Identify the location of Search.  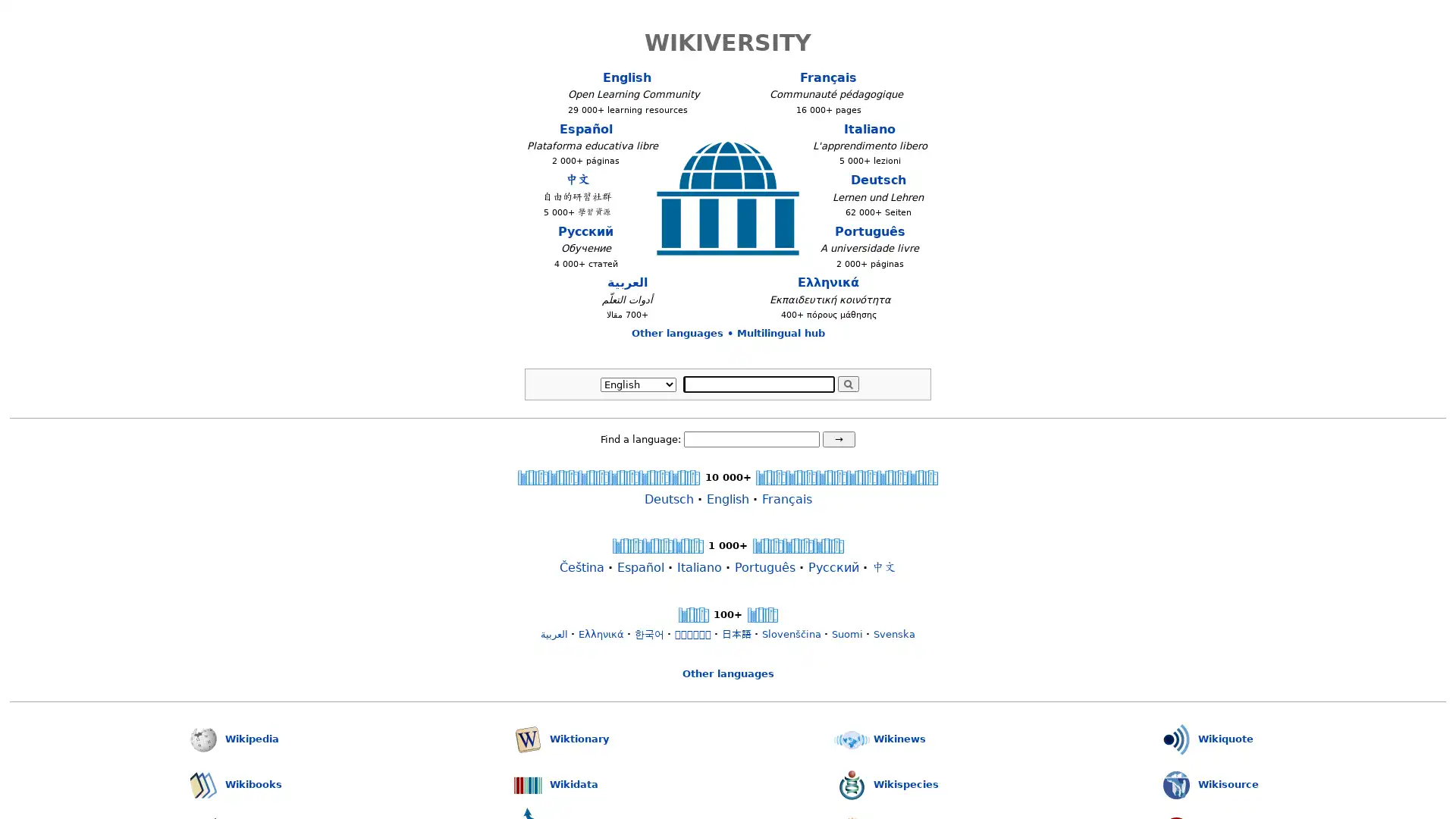
(847, 382).